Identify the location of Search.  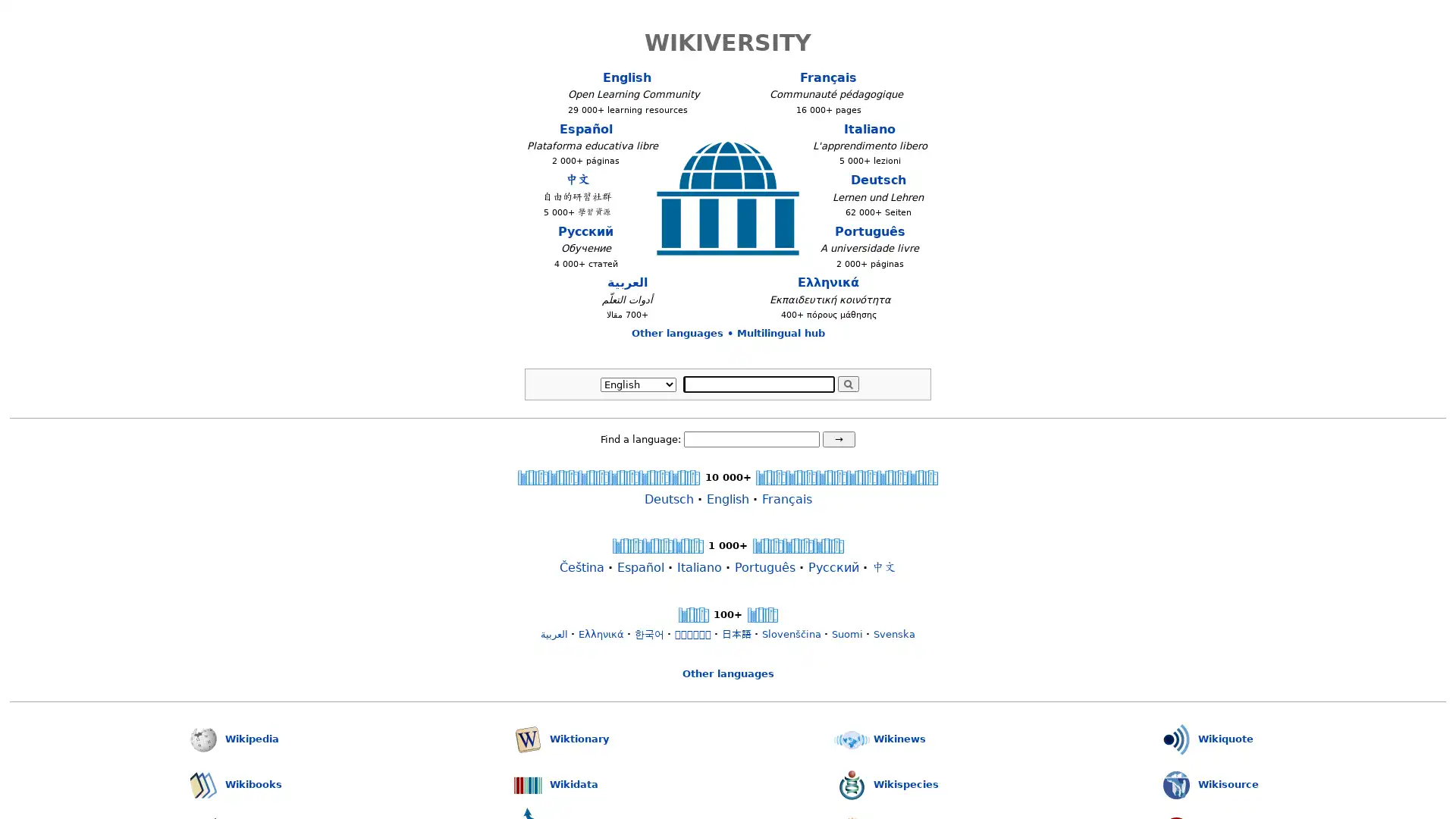
(847, 382).